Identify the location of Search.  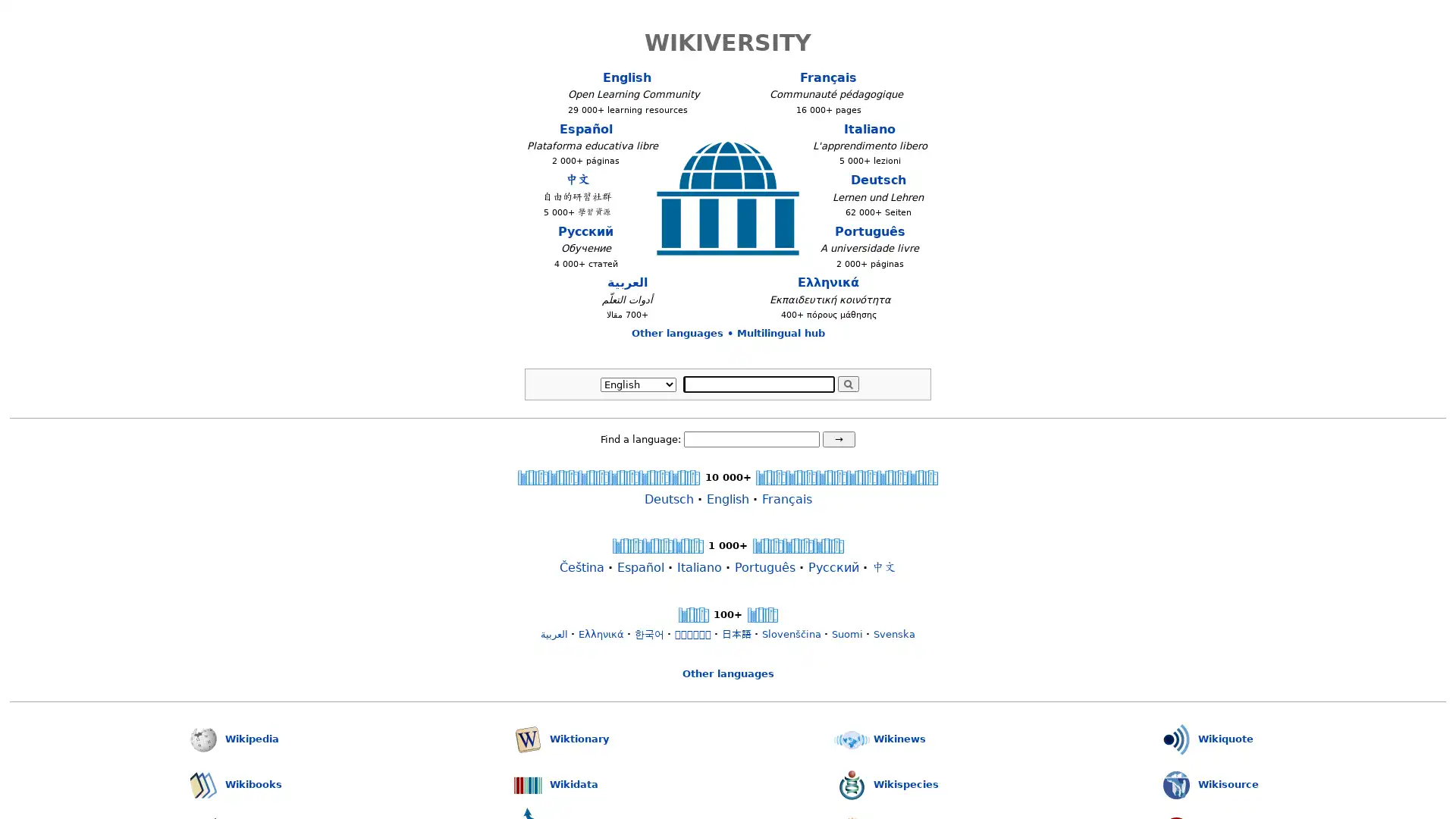
(847, 382).